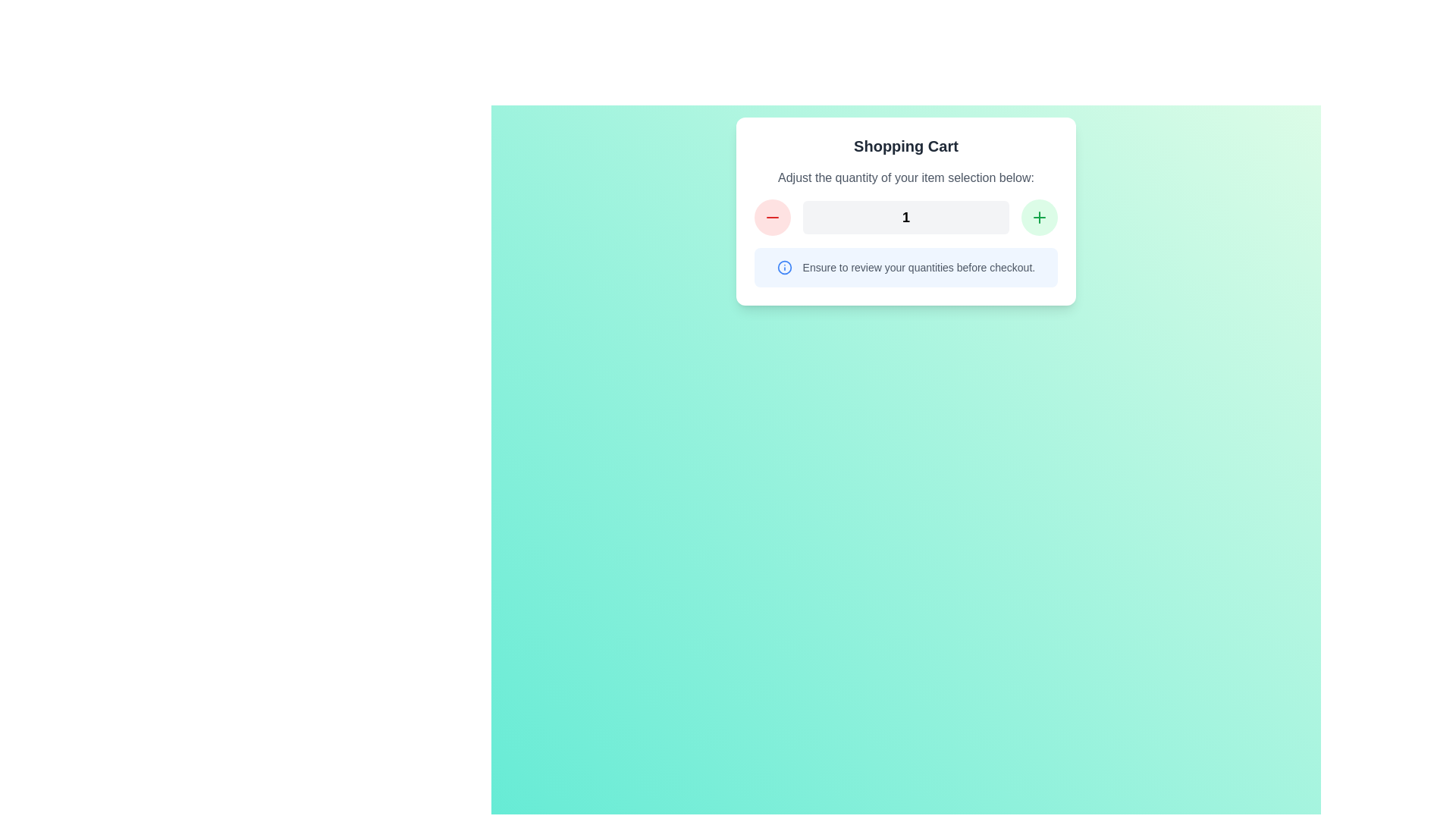 Image resolution: width=1456 pixels, height=819 pixels. I want to click on information displayed in the text 'Ensure to review your quantities before checkout.' located within the light blue rounded rectangle in the center of the interface, so click(918, 267).